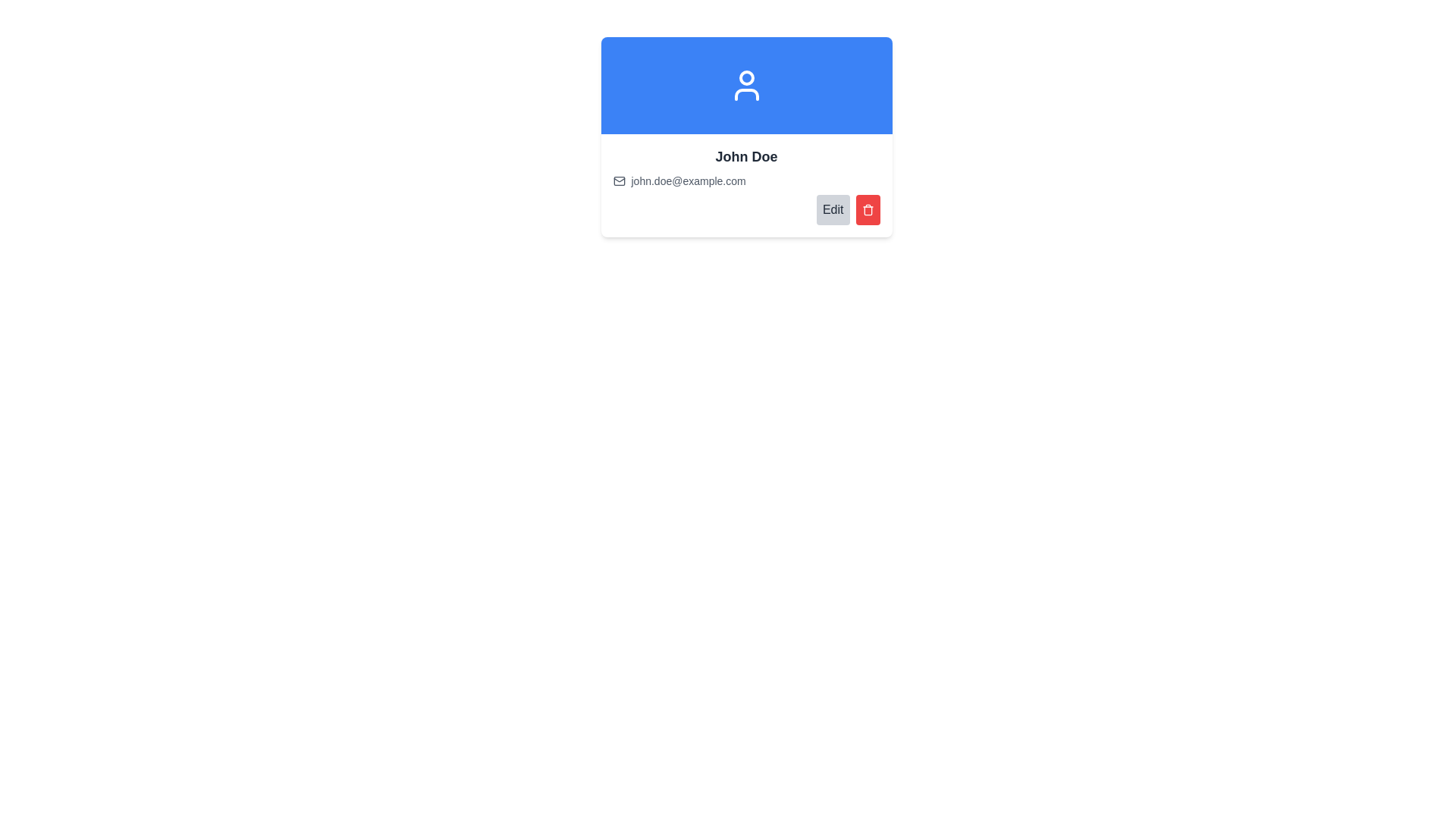  What do you see at coordinates (746, 157) in the screenshot?
I see `text displayed in the prominent heading element that shows 'John Doe' in large, bold, dark gray font` at bounding box center [746, 157].